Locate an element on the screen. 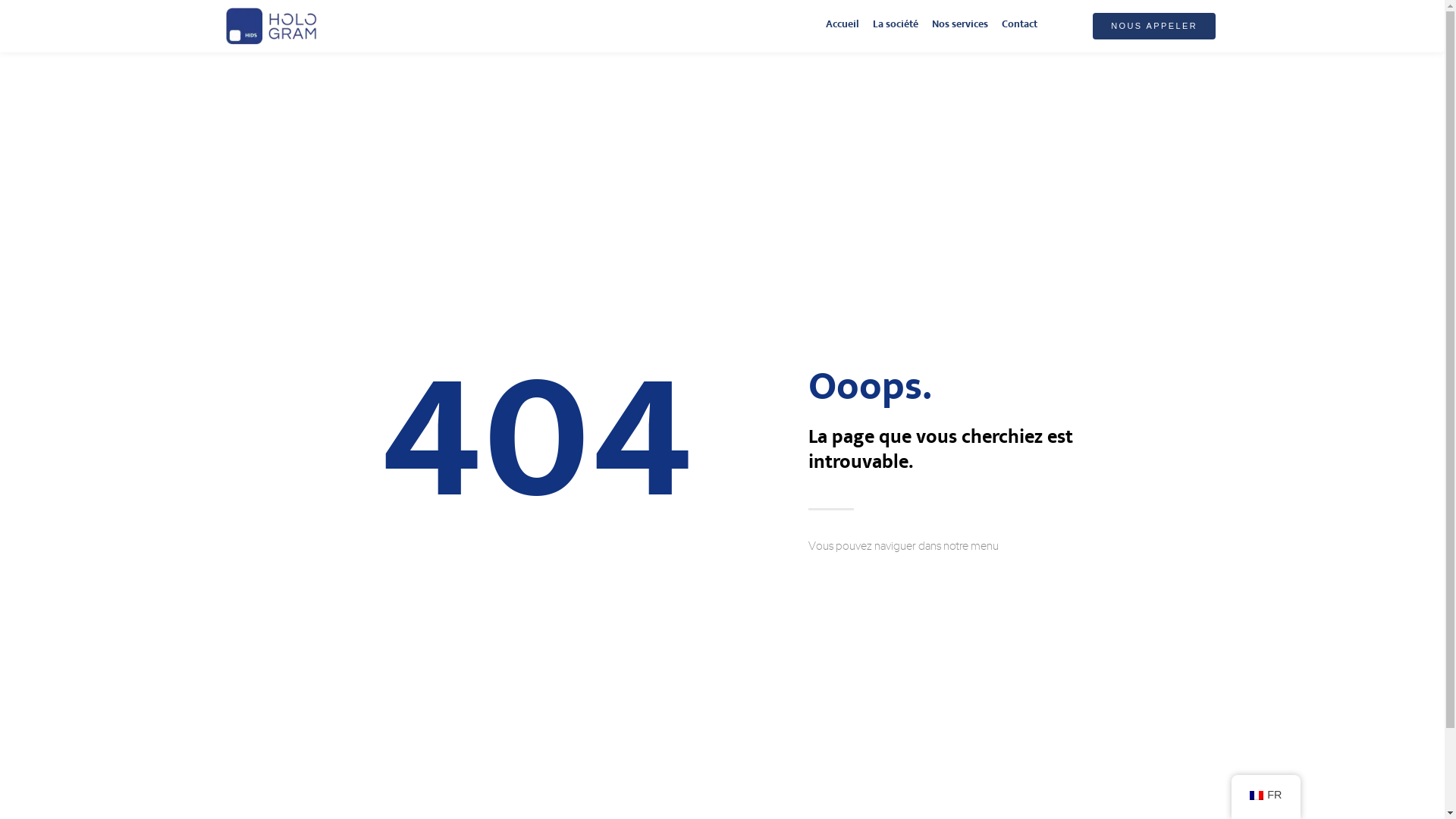 This screenshot has width=1456, height=819. 'NOUS APPELER' is located at coordinates (1092, 26).